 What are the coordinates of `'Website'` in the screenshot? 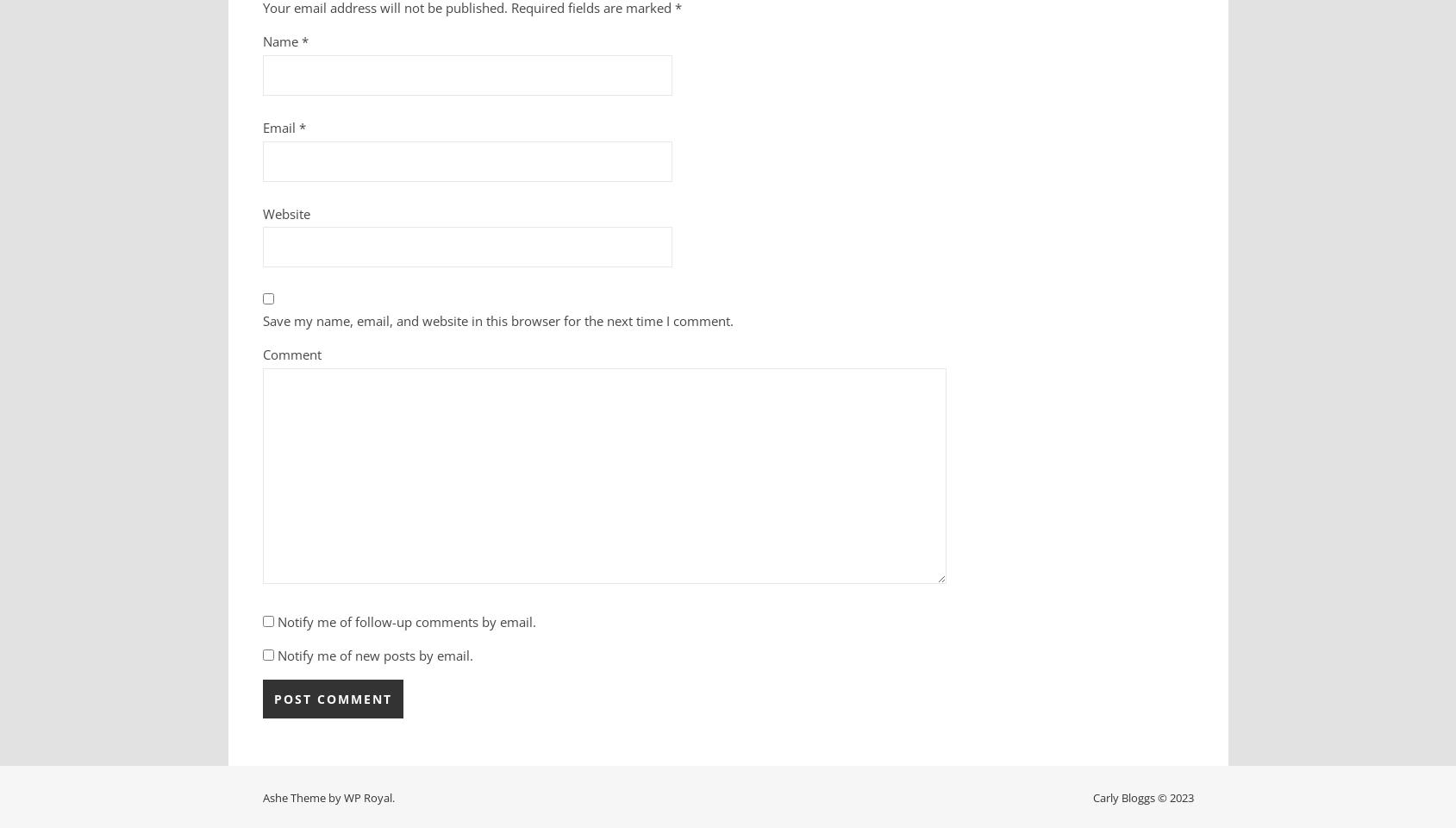 It's located at (285, 212).